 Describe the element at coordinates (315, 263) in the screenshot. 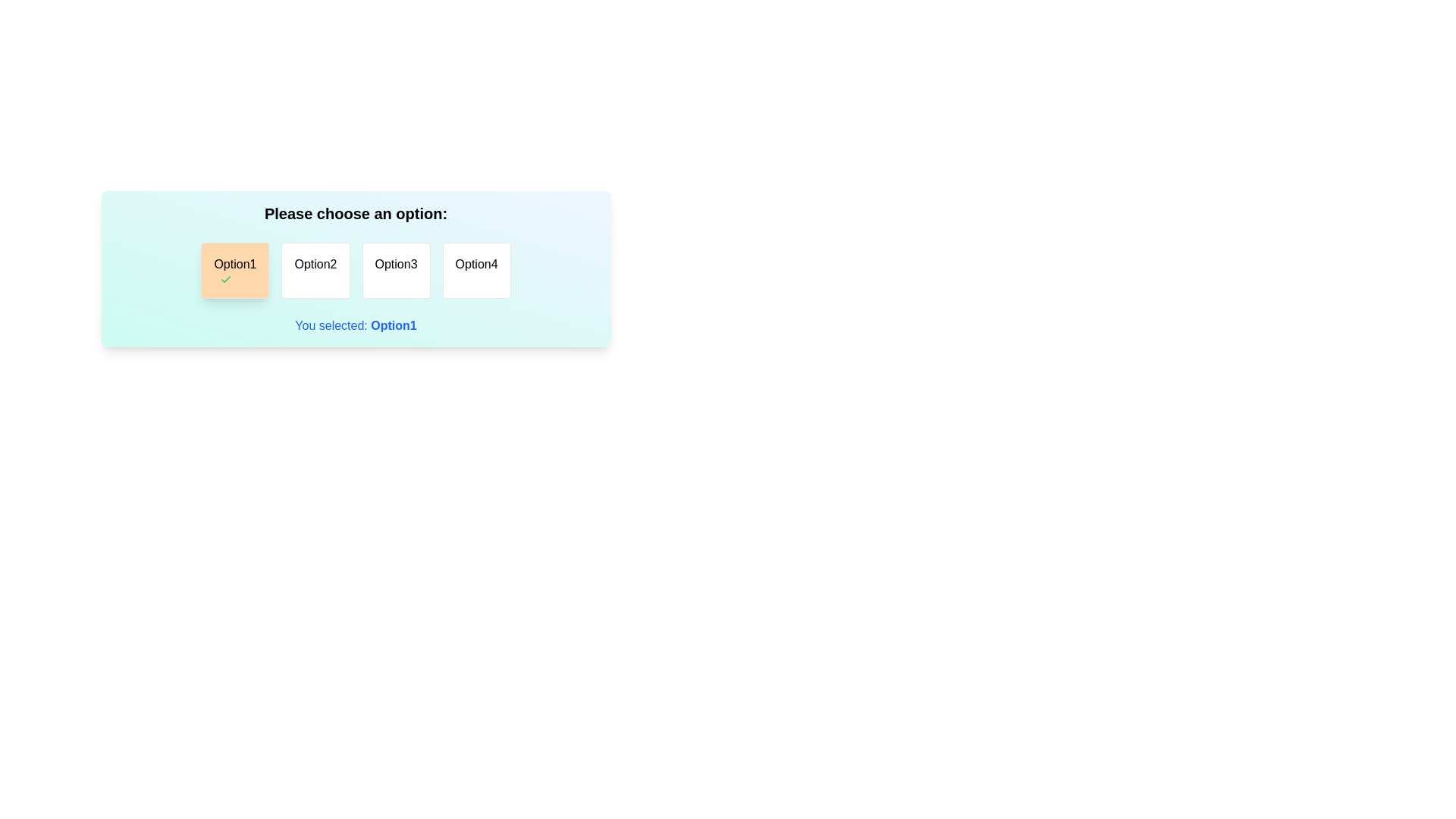

I see `the 'Option2' button, which is a clickable option with a white background and centered text, located within a series of options labeled 'Please choose an option:'` at that location.